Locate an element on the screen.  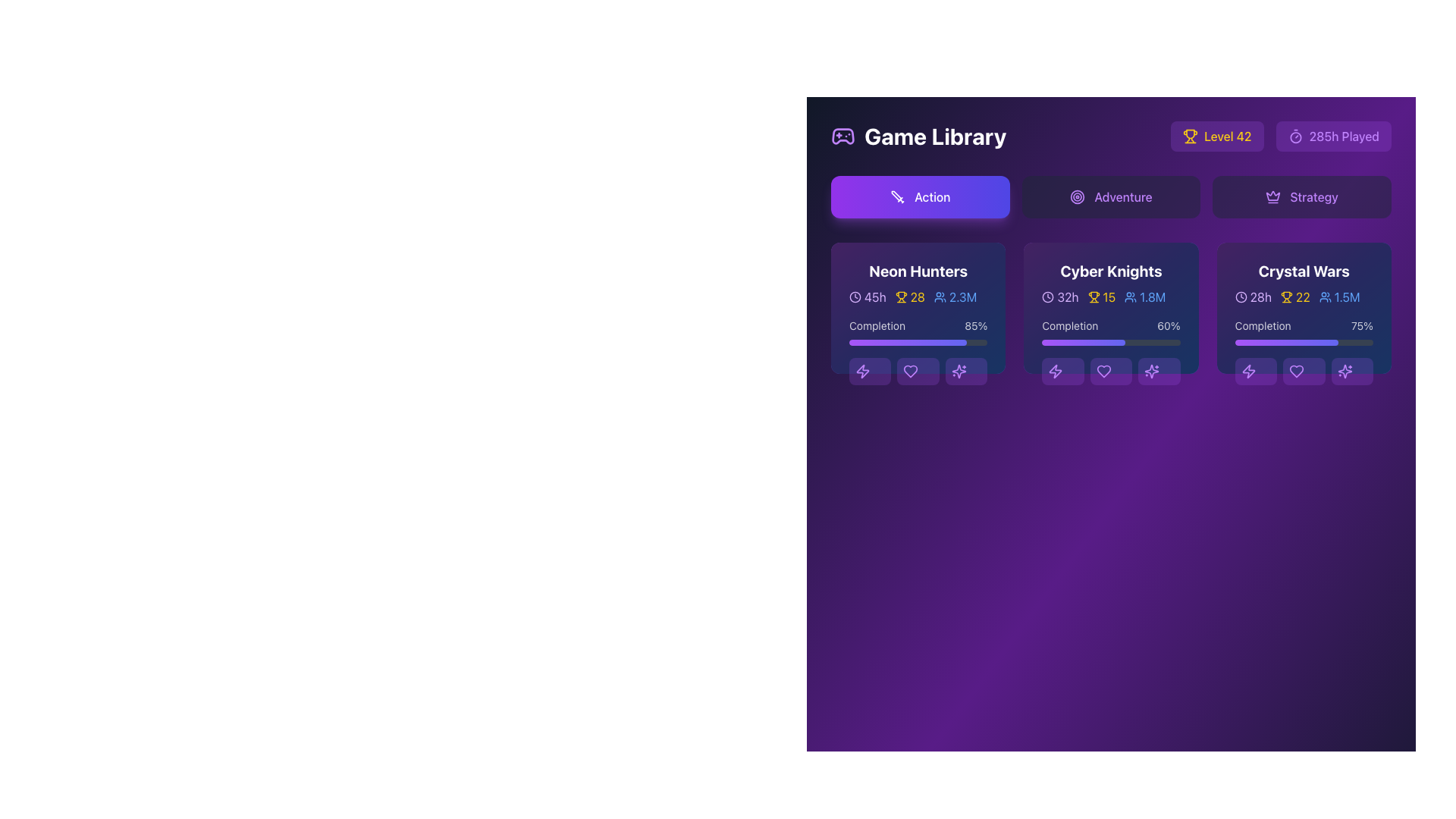
the 'Strategy' button, which is the rightmost button in a horizontal group of three buttons, featuring a purple crown icon and text in purple font is located at coordinates (1301, 196).